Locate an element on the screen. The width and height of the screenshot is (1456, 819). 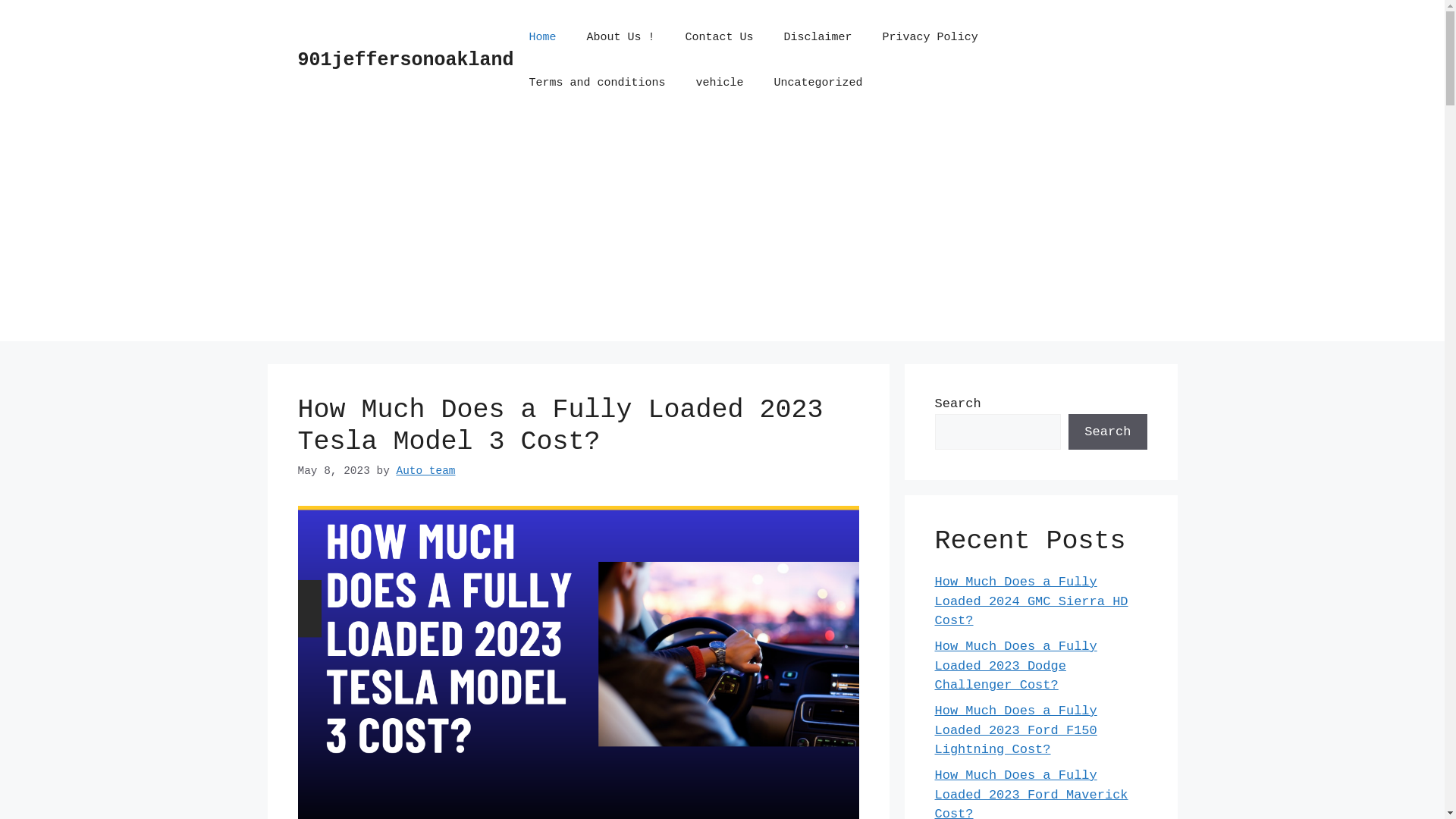
'vehicle' is located at coordinates (719, 83).